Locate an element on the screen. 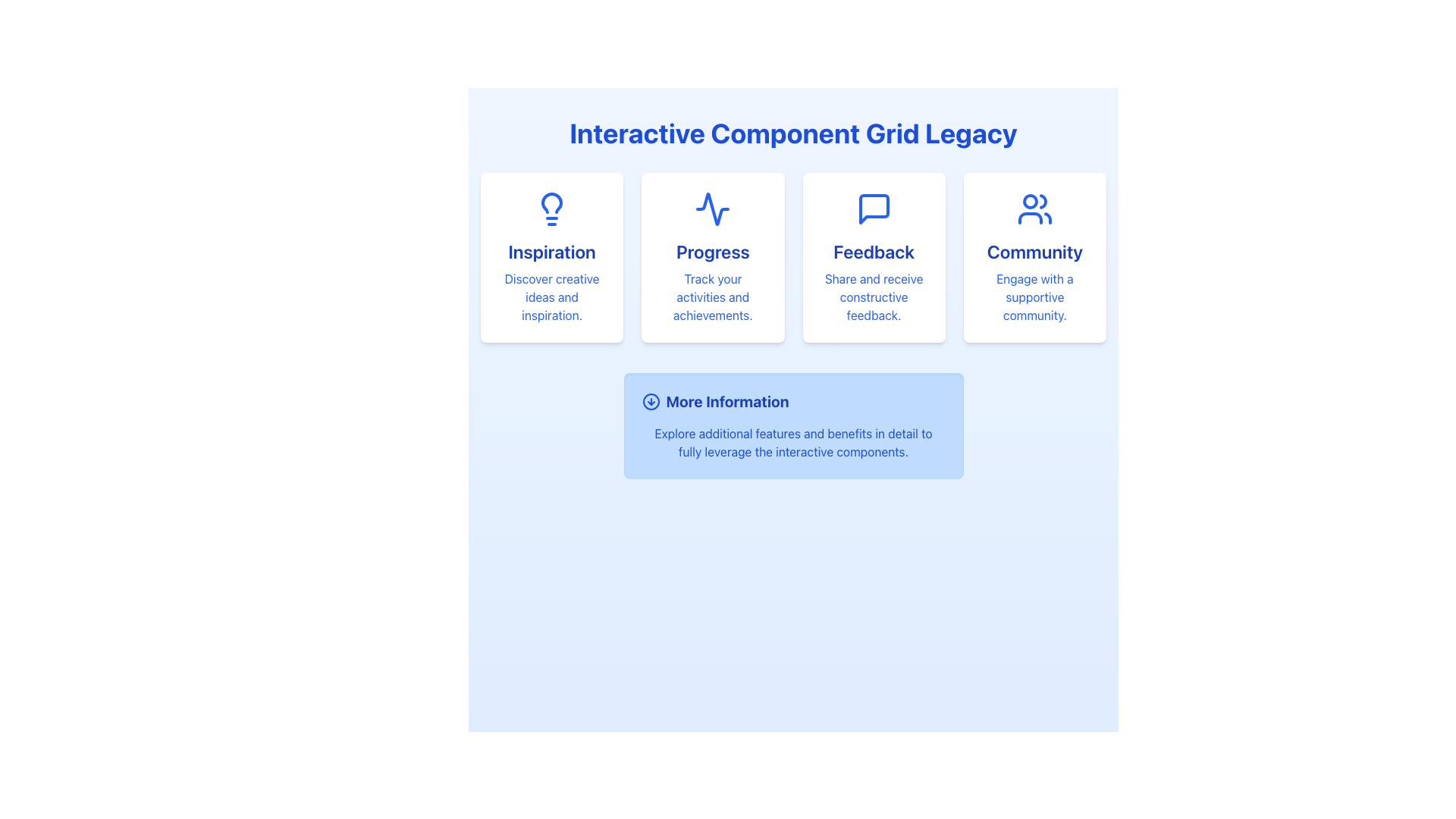 Image resolution: width=1456 pixels, height=819 pixels. the 'Progress' card in the grid layout for navigation is located at coordinates (792, 256).